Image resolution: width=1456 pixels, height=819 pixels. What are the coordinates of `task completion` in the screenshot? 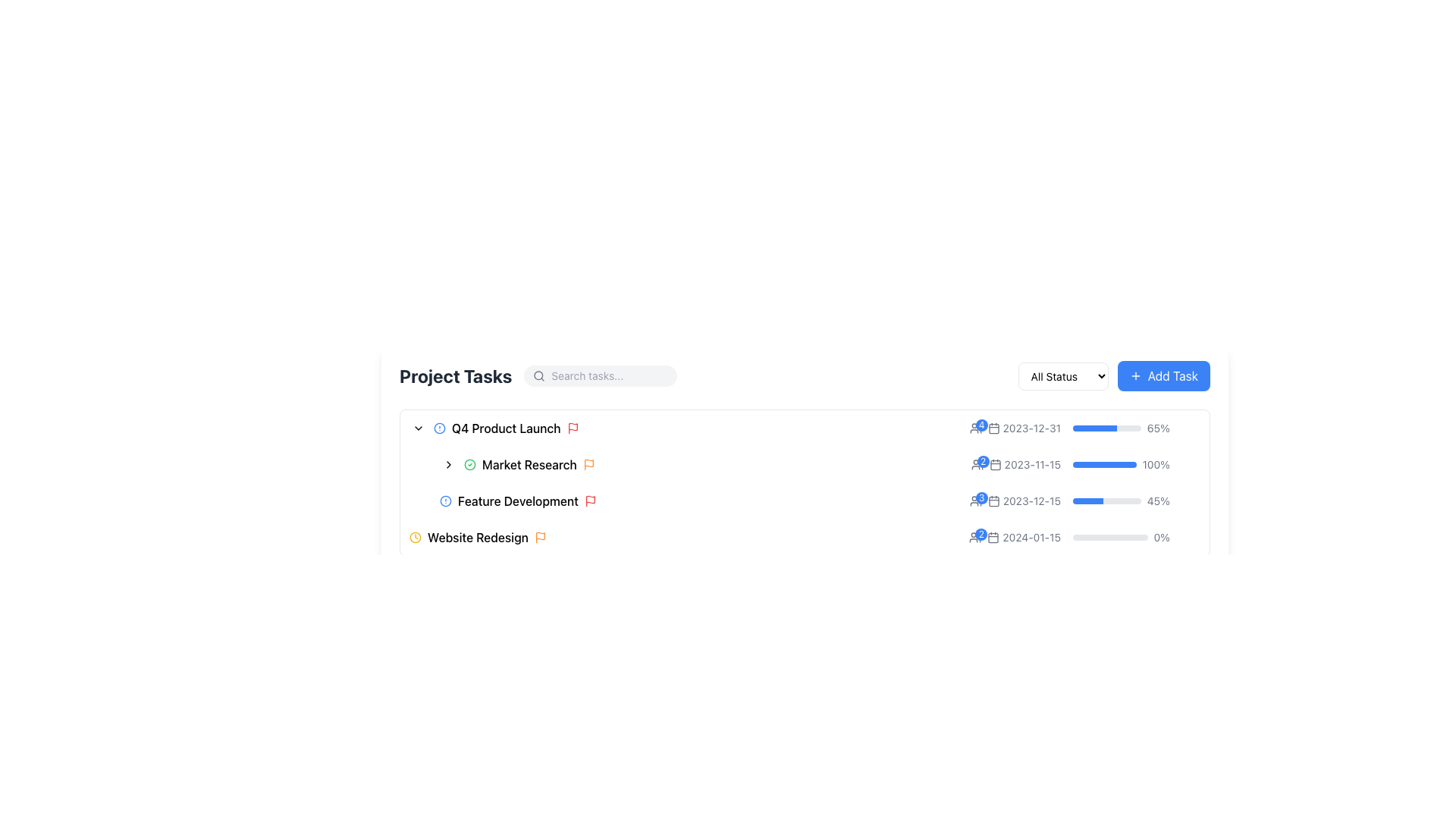 It's located at (1087, 428).